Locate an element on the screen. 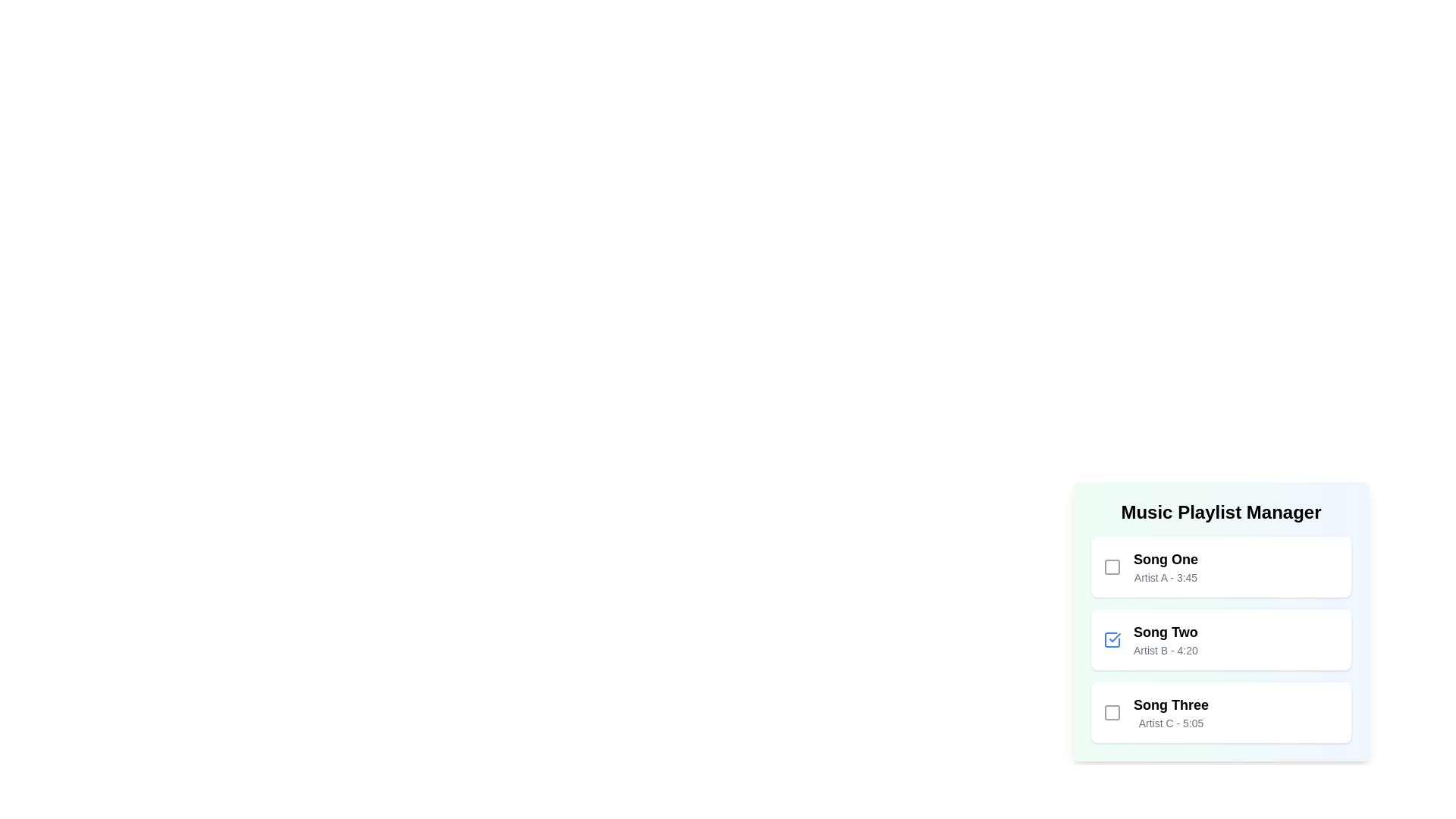  the text block displaying 'Song One' and 'Artist A - 3:45', which is positioned at the top of a vertical list of cards, to the right of a checkbox is located at coordinates (1165, 567).